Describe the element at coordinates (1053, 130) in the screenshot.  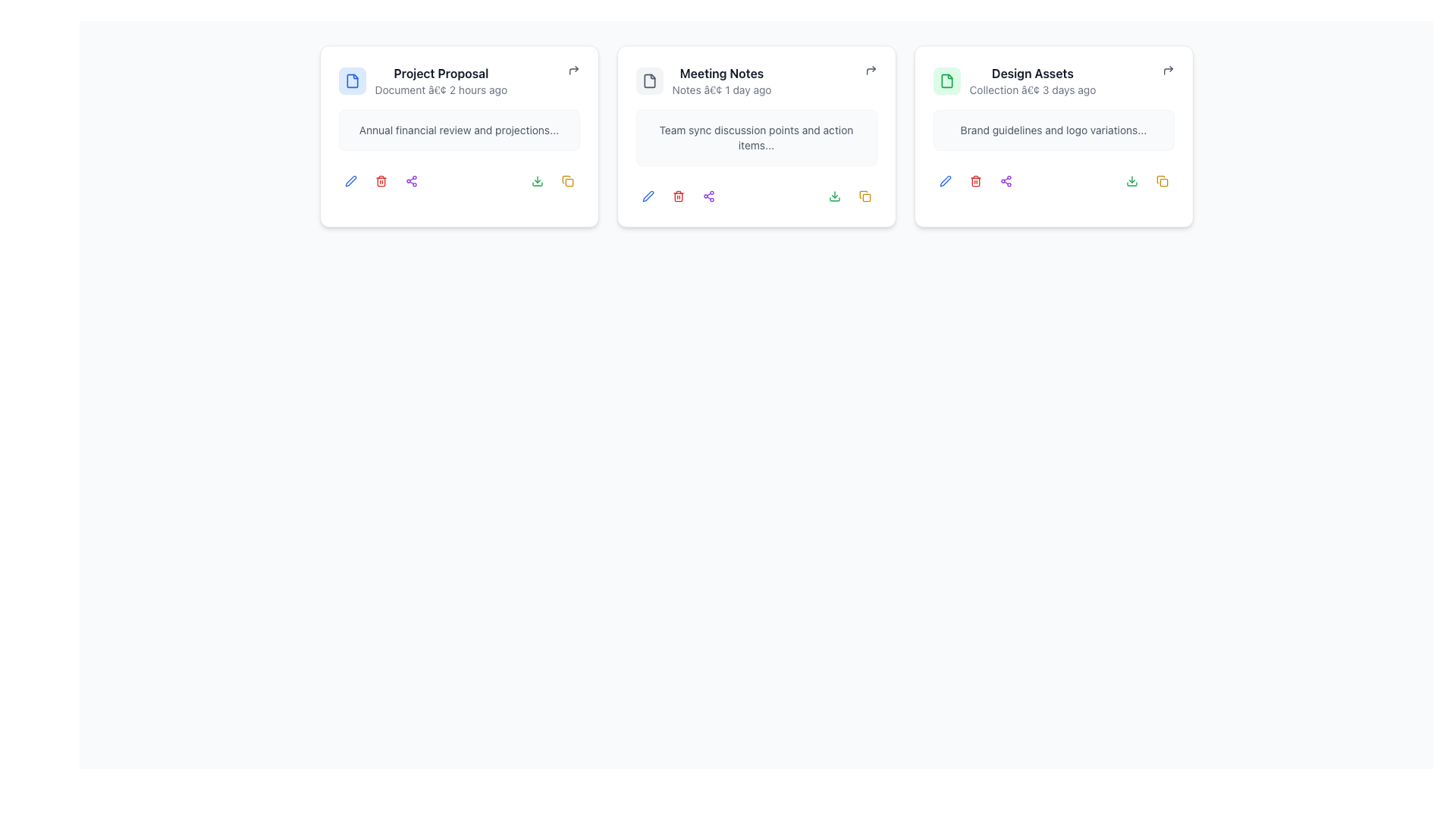
I see `the text label at the center of the 'Design Assets' card` at that location.